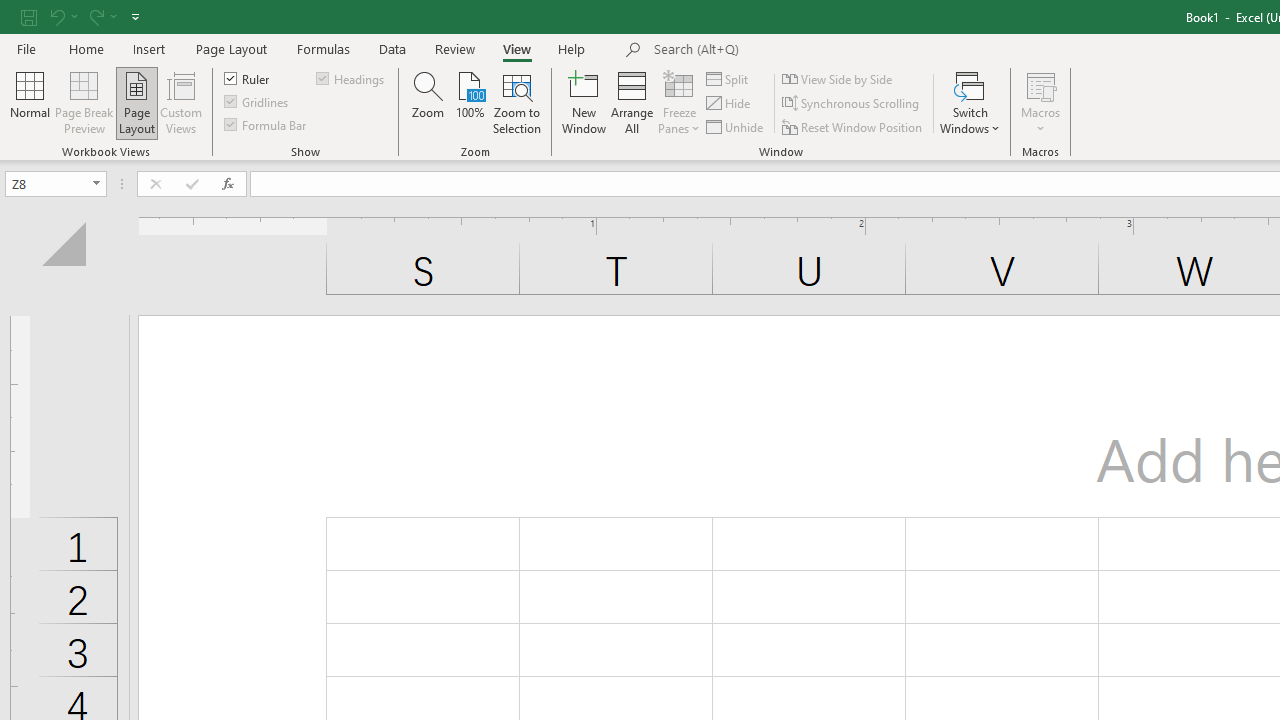 This screenshot has width=1280, height=720. What do you see at coordinates (469, 103) in the screenshot?
I see `'100%'` at bounding box center [469, 103].